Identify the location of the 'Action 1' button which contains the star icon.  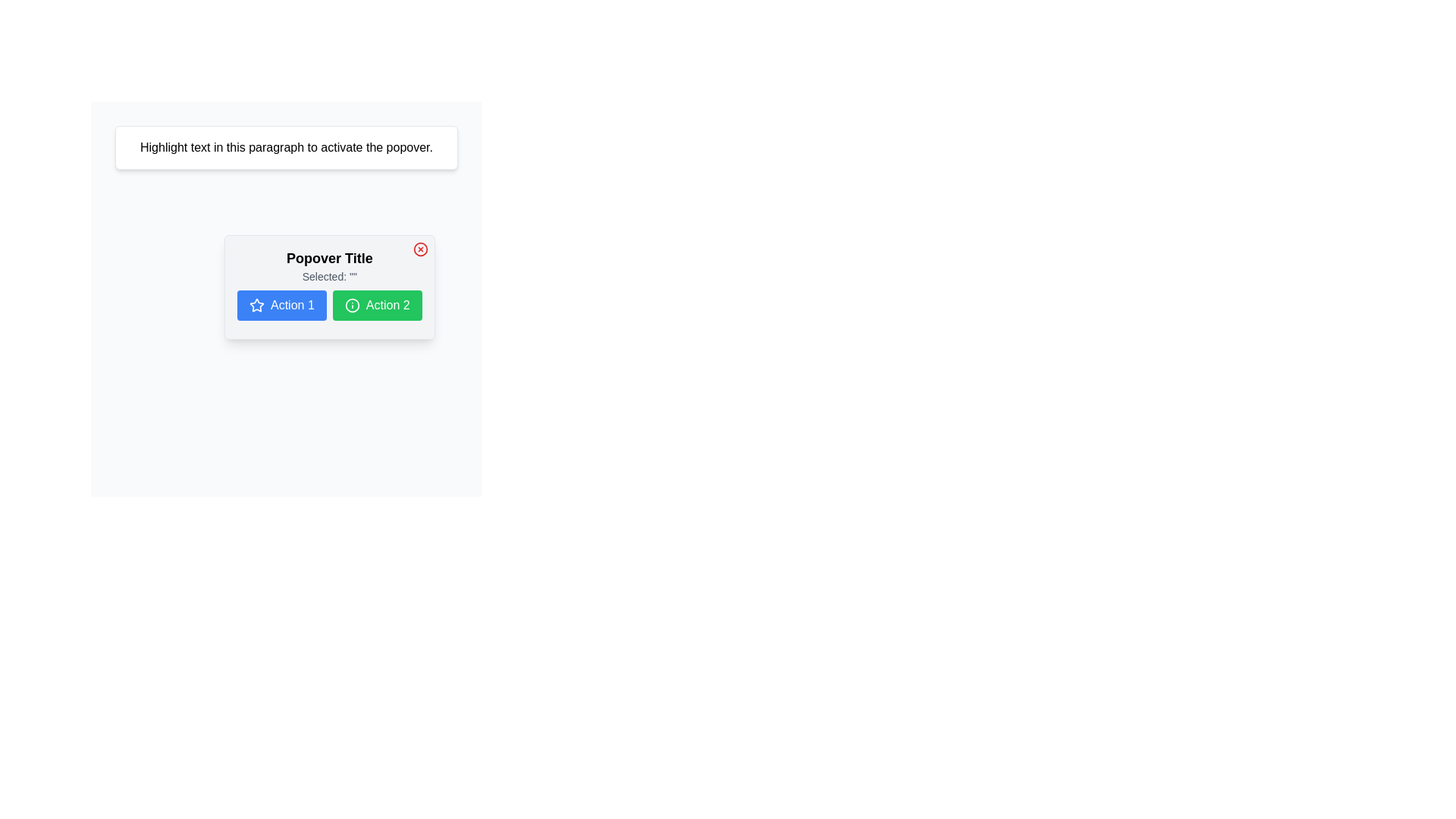
(257, 305).